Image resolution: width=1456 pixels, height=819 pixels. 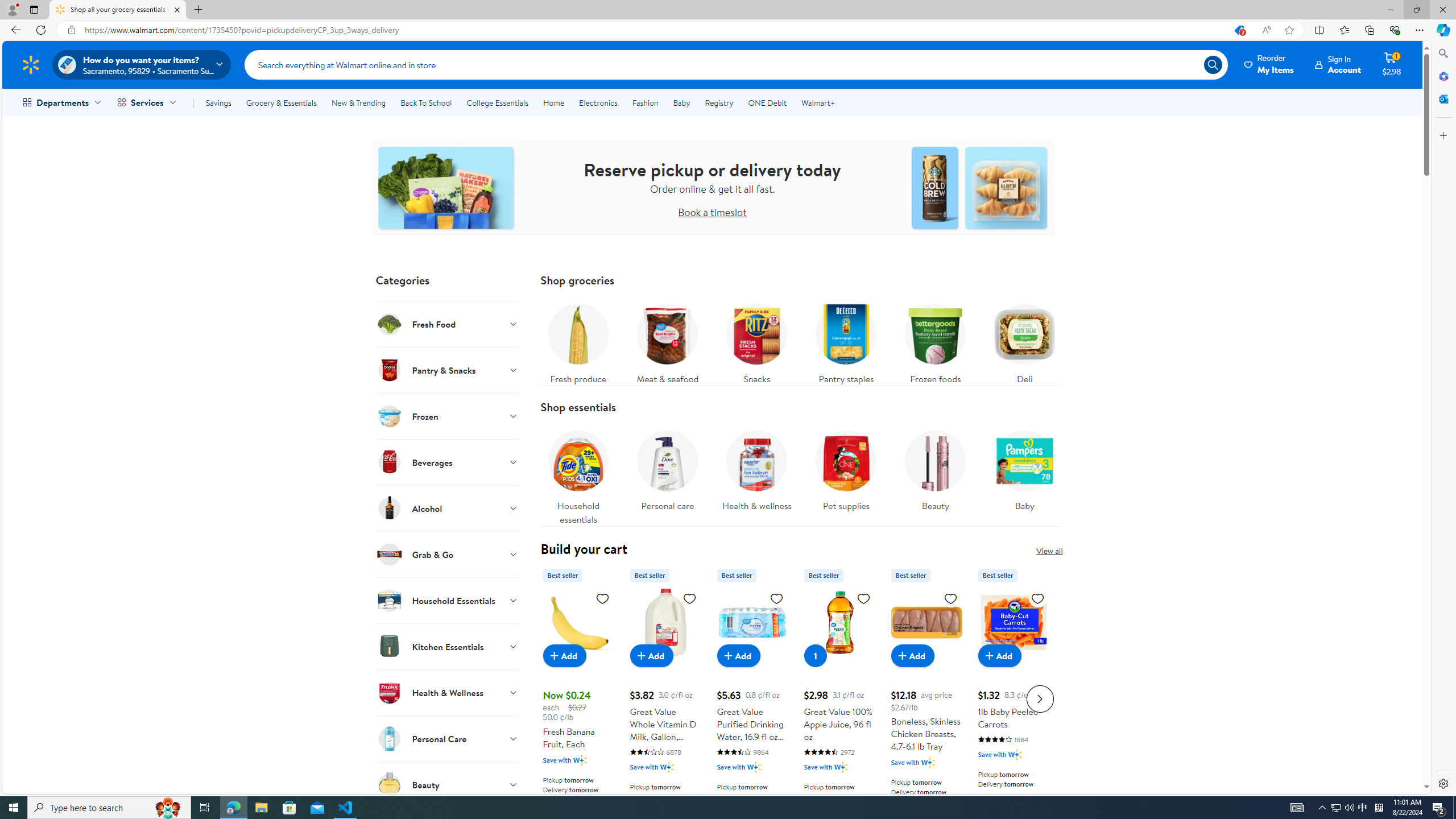 I want to click on 'ONE Debit', so click(x=767, y=102).